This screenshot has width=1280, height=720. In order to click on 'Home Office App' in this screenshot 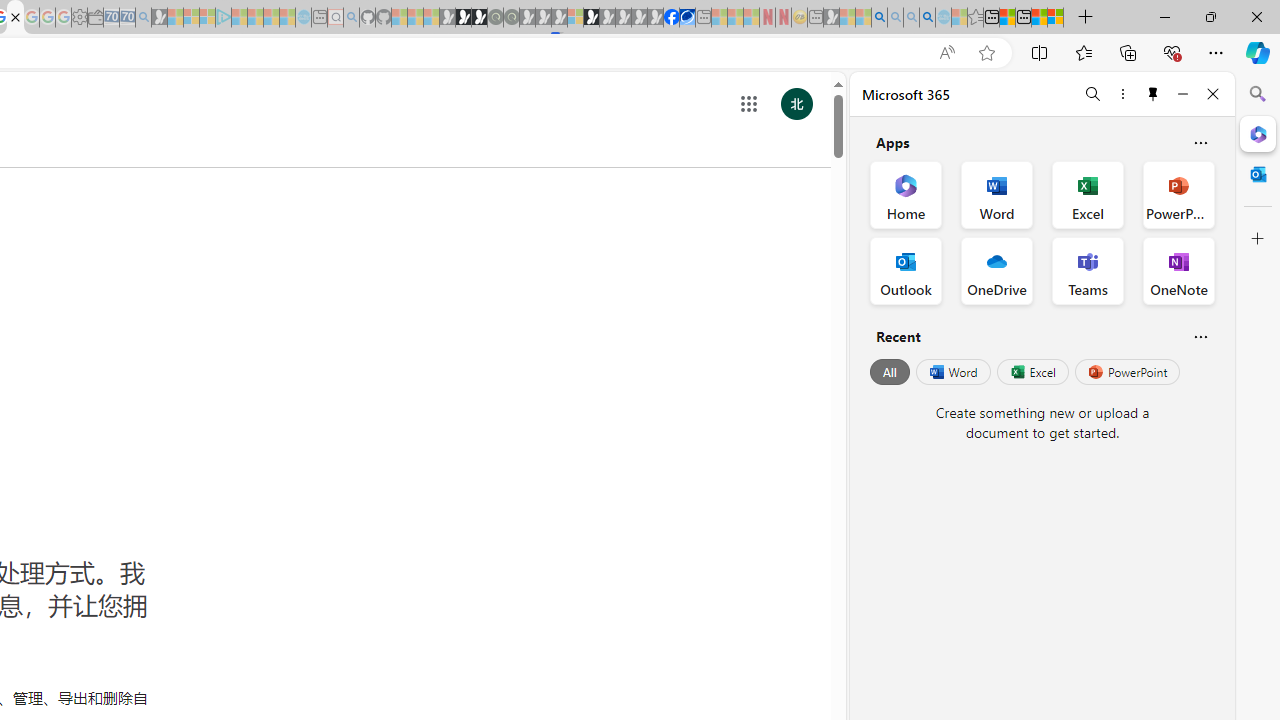, I will do `click(905, 195)`.